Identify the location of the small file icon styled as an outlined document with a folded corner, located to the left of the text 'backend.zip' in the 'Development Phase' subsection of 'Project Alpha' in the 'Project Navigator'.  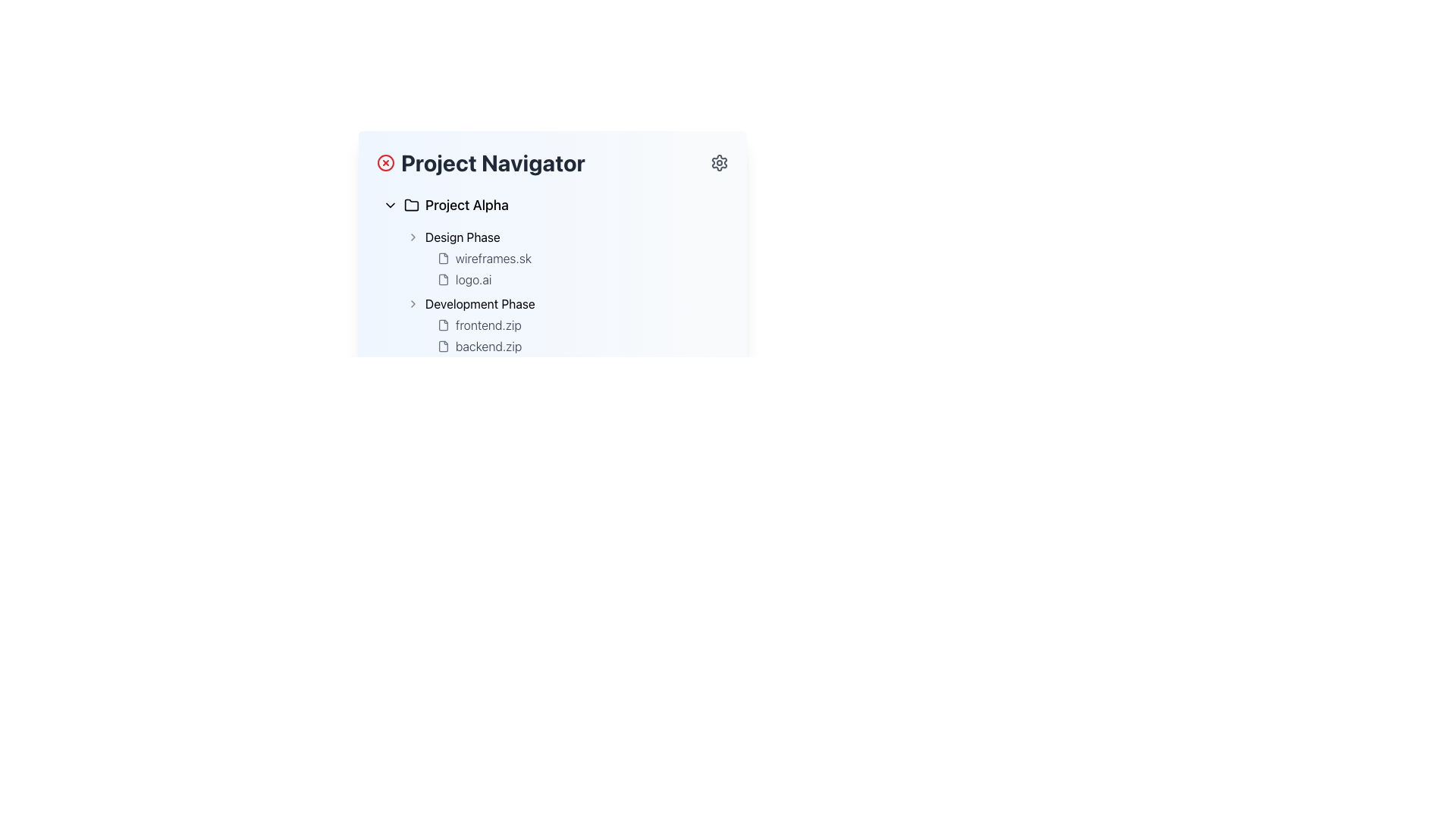
(443, 346).